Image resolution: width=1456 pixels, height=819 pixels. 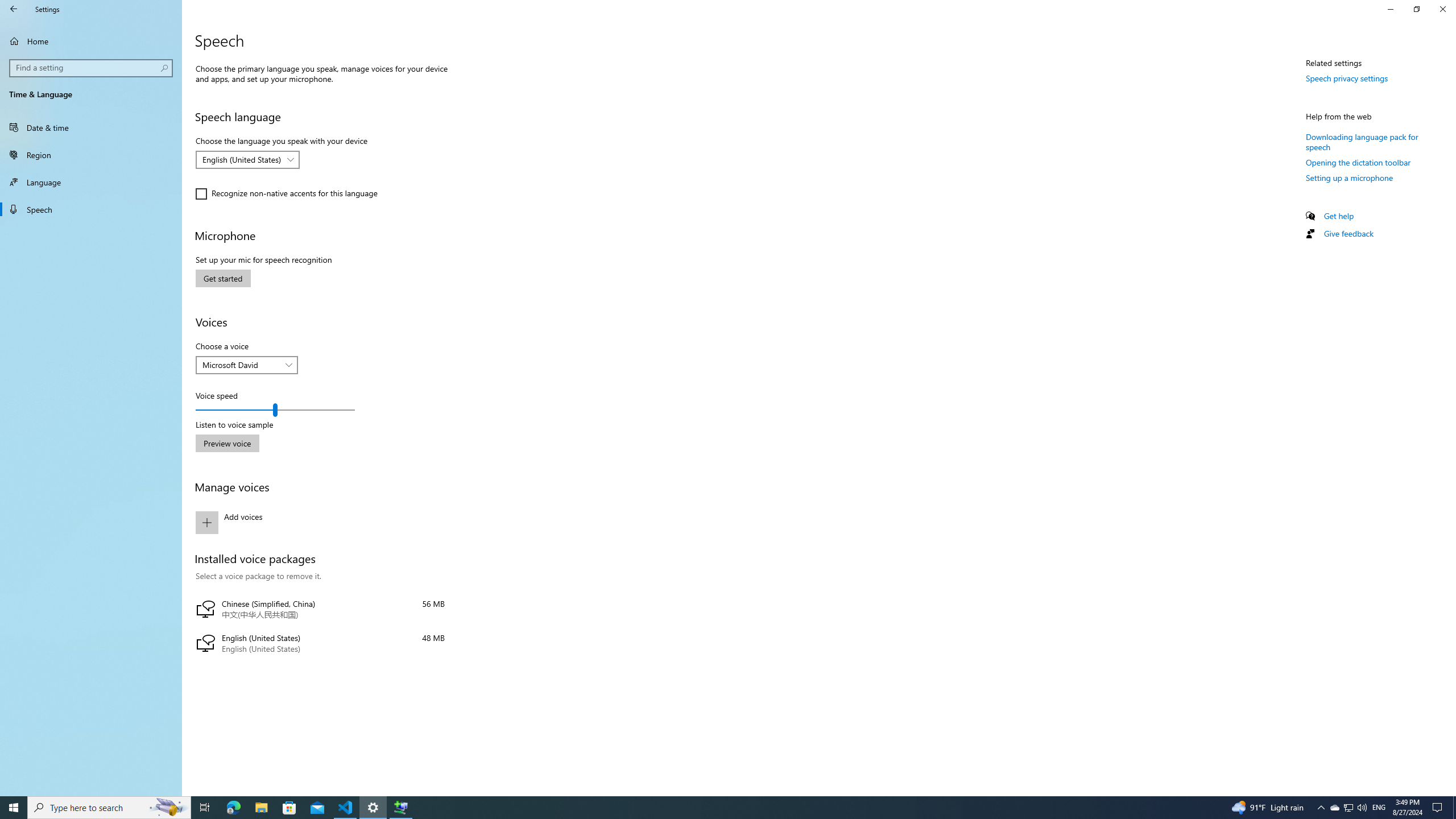 I want to click on 'Get started', so click(x=222, y=278).